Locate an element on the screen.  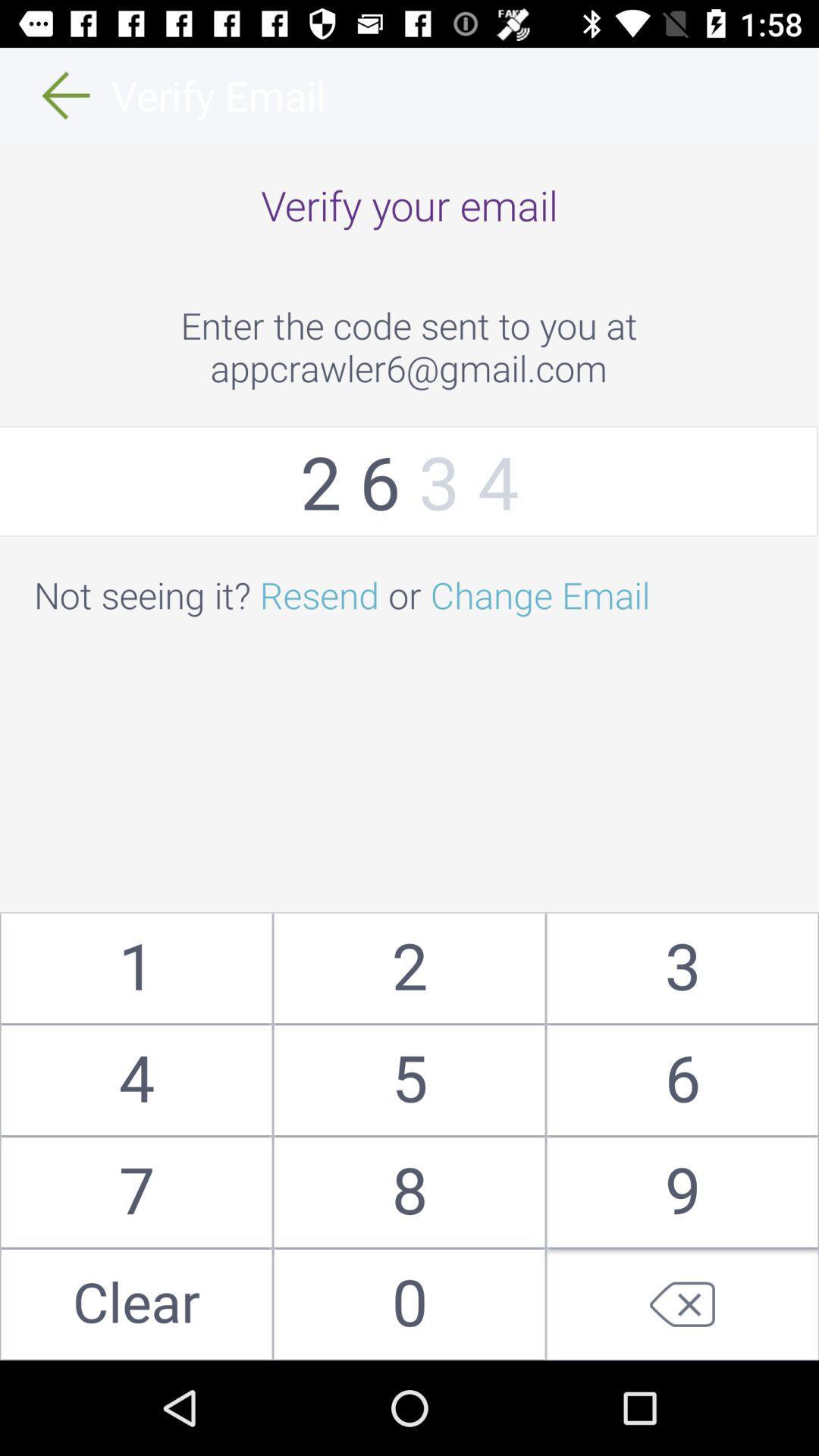
delete last input is located at coordinates (681, 1304).